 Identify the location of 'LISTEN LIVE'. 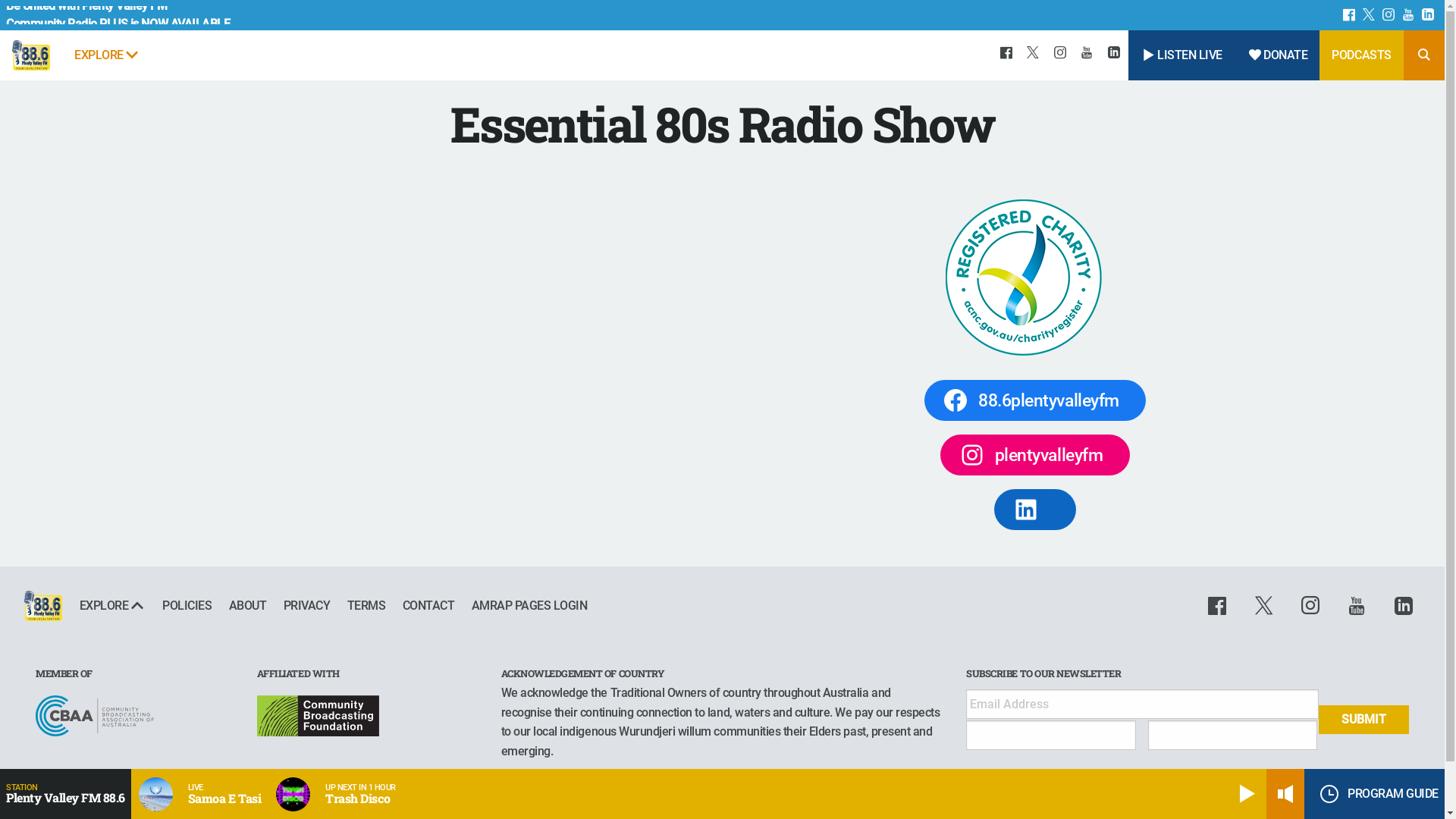
(1128, 55).